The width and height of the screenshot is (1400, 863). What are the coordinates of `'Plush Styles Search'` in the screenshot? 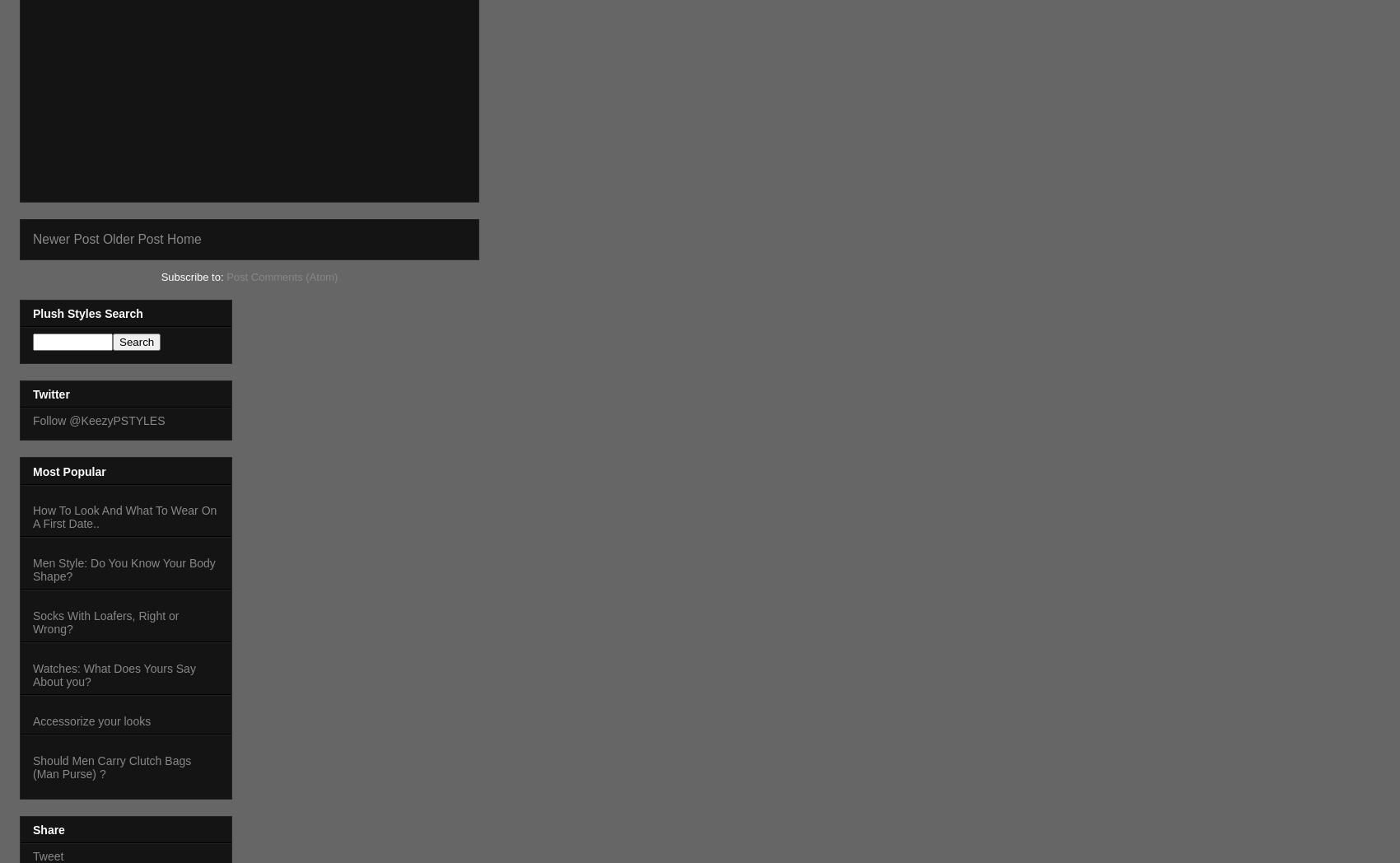 It's located at (32, 312).